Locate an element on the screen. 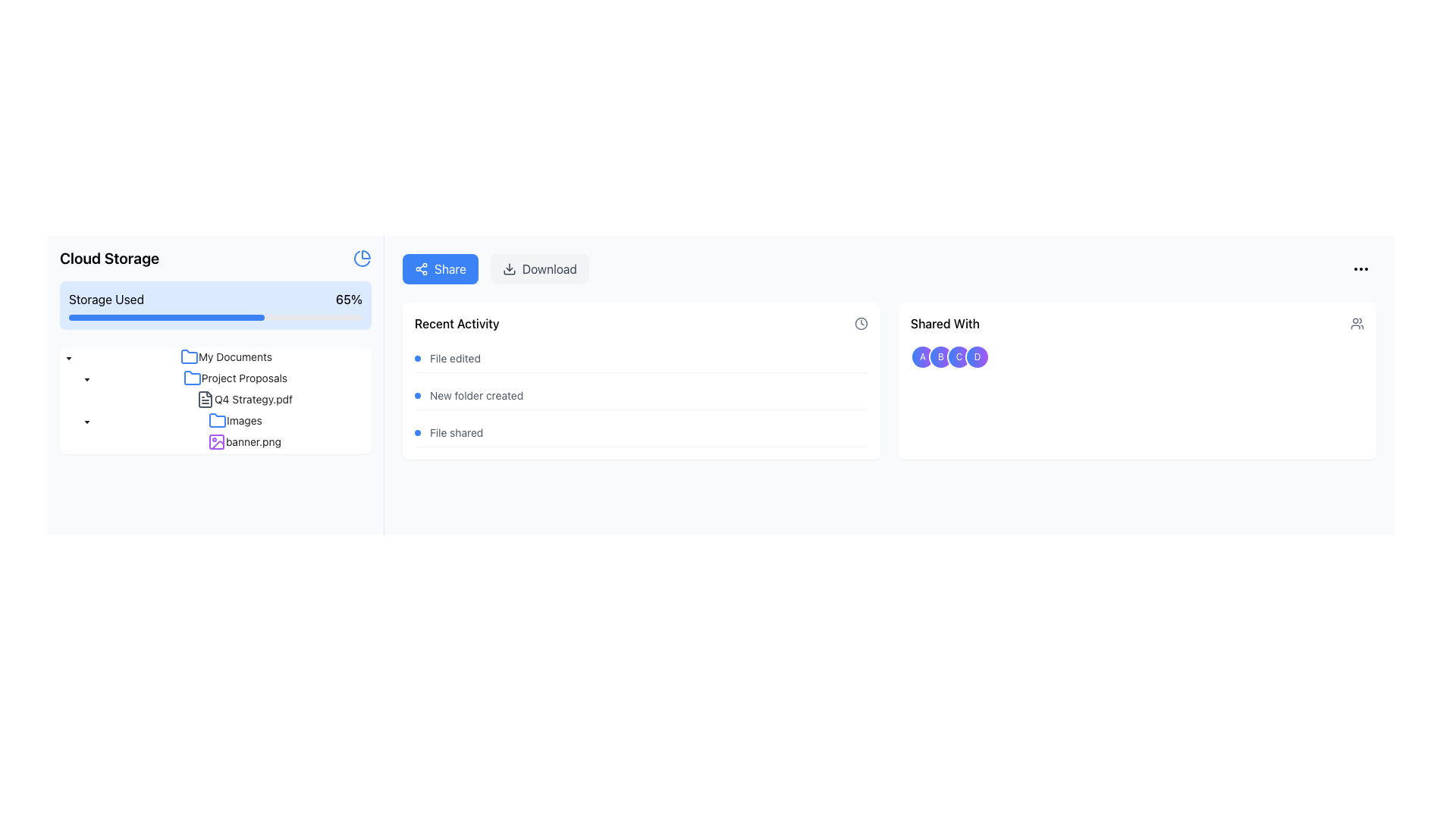 The width and height of the screenshot is (1456, 819). the text label displaying the filename 'Q4 Strategy.pdf' is located at coordinates (253, 398).